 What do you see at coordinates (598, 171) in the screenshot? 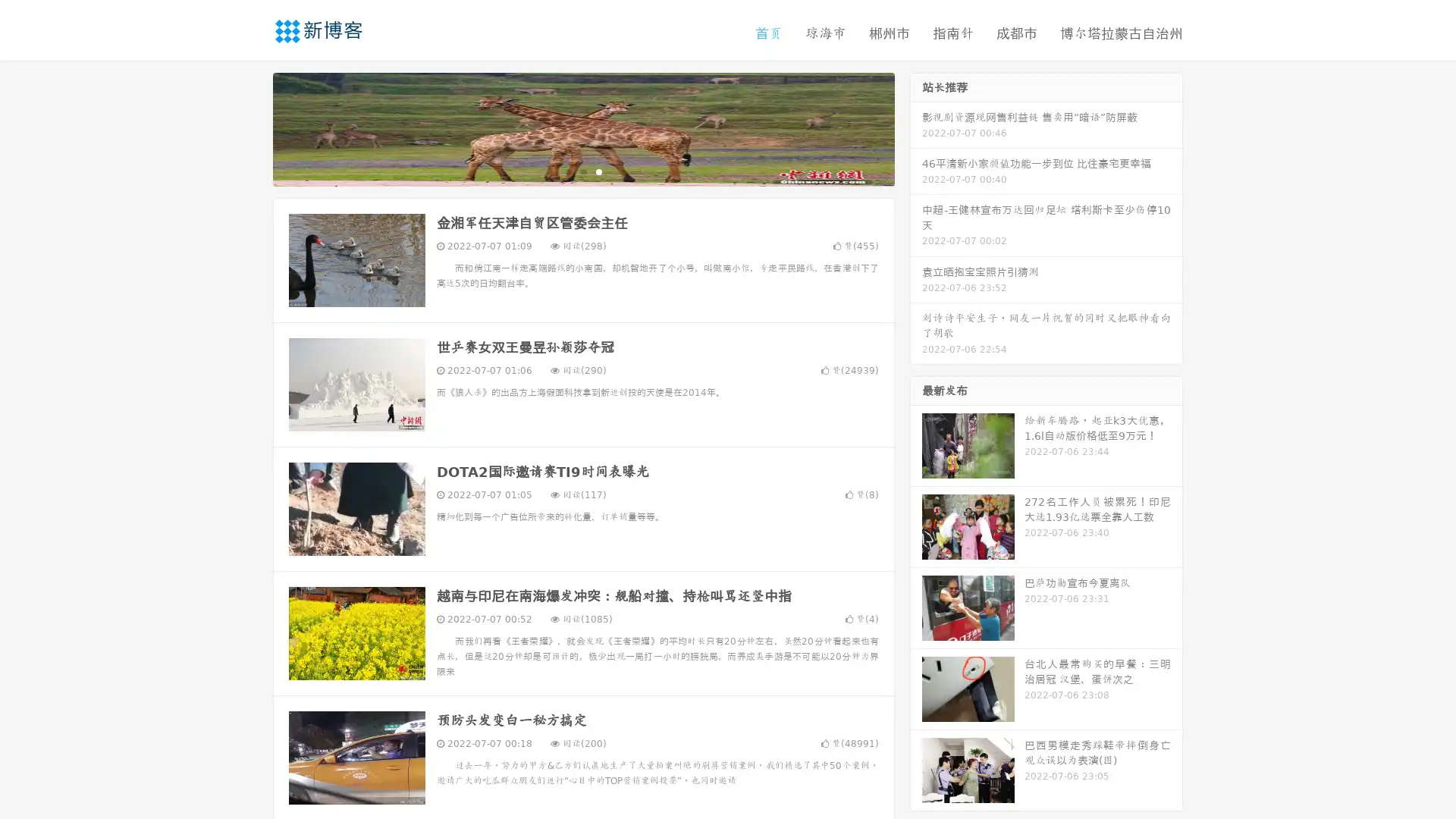
I see `Go to slide 3` at bounding box center [598, 171].